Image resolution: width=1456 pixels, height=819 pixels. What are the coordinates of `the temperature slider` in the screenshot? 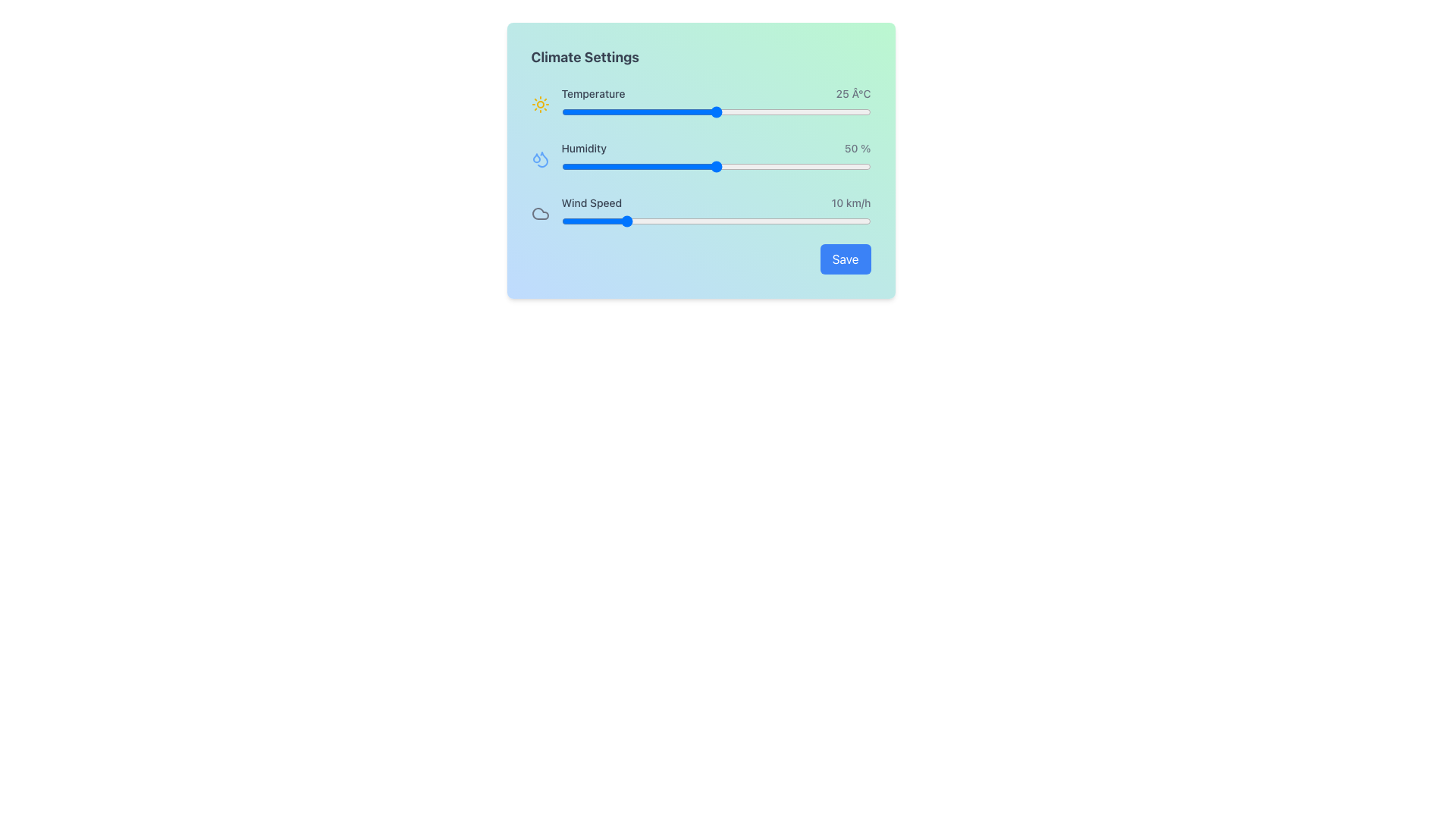 It's located at (759, 111).